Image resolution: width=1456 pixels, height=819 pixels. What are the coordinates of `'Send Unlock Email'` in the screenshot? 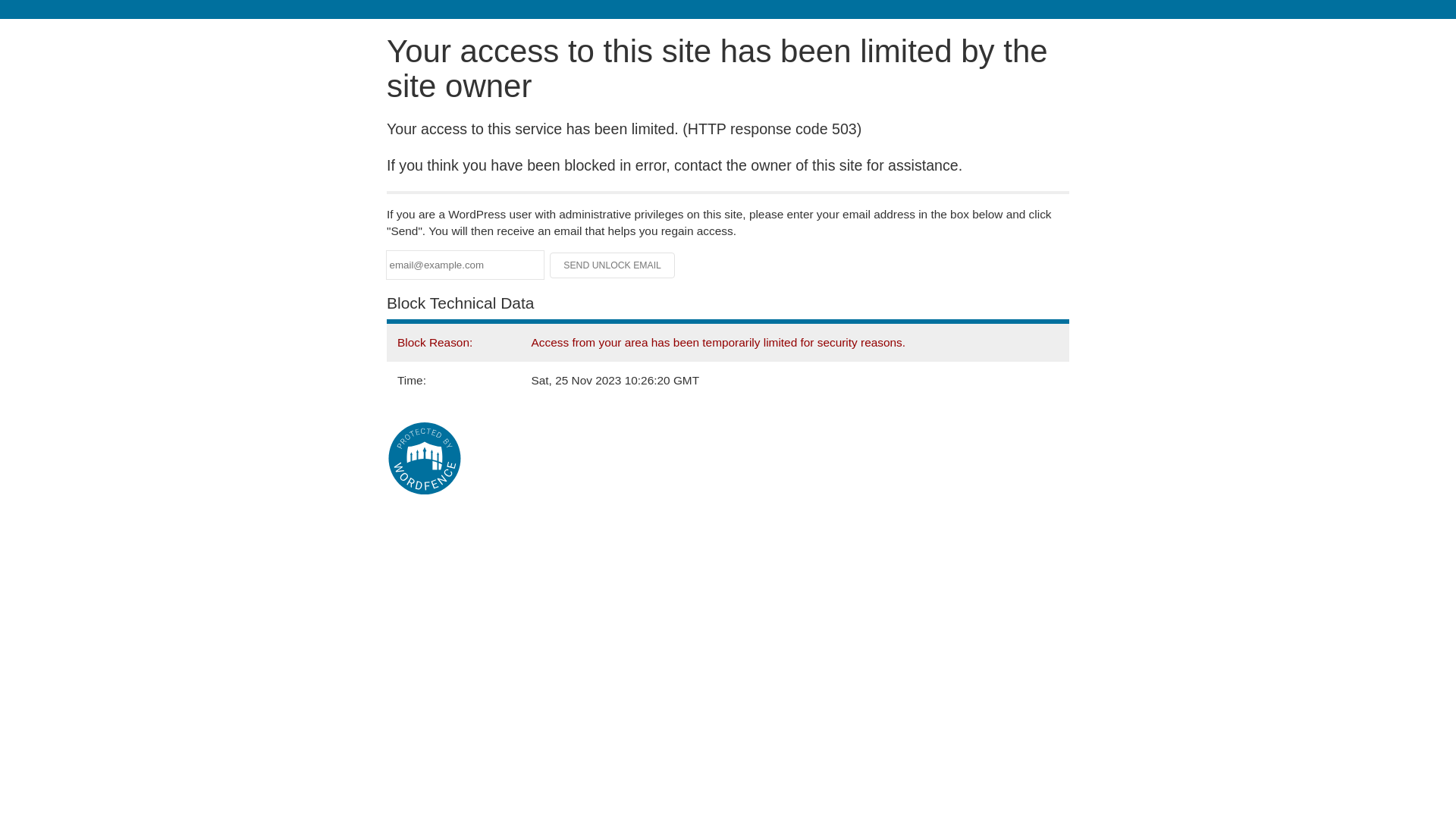 It's located at (612, 265).